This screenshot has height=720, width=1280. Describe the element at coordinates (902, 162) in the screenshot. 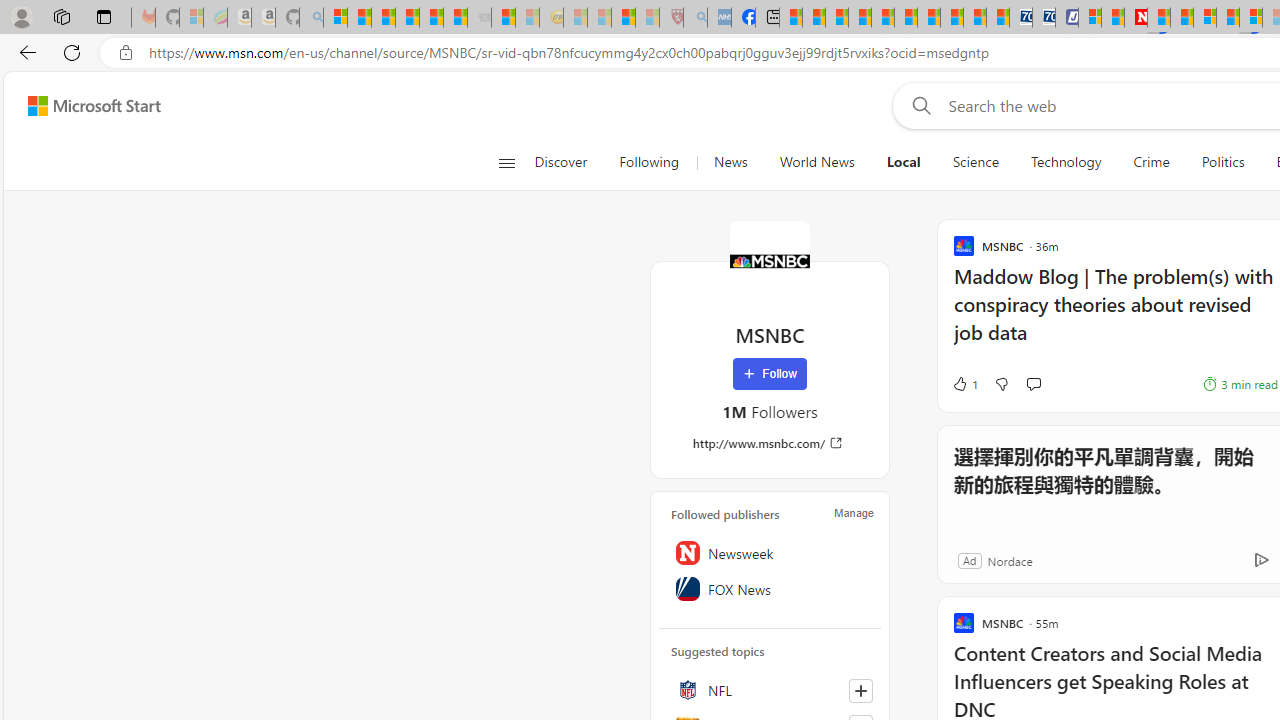

I see `'Local'` at that location.